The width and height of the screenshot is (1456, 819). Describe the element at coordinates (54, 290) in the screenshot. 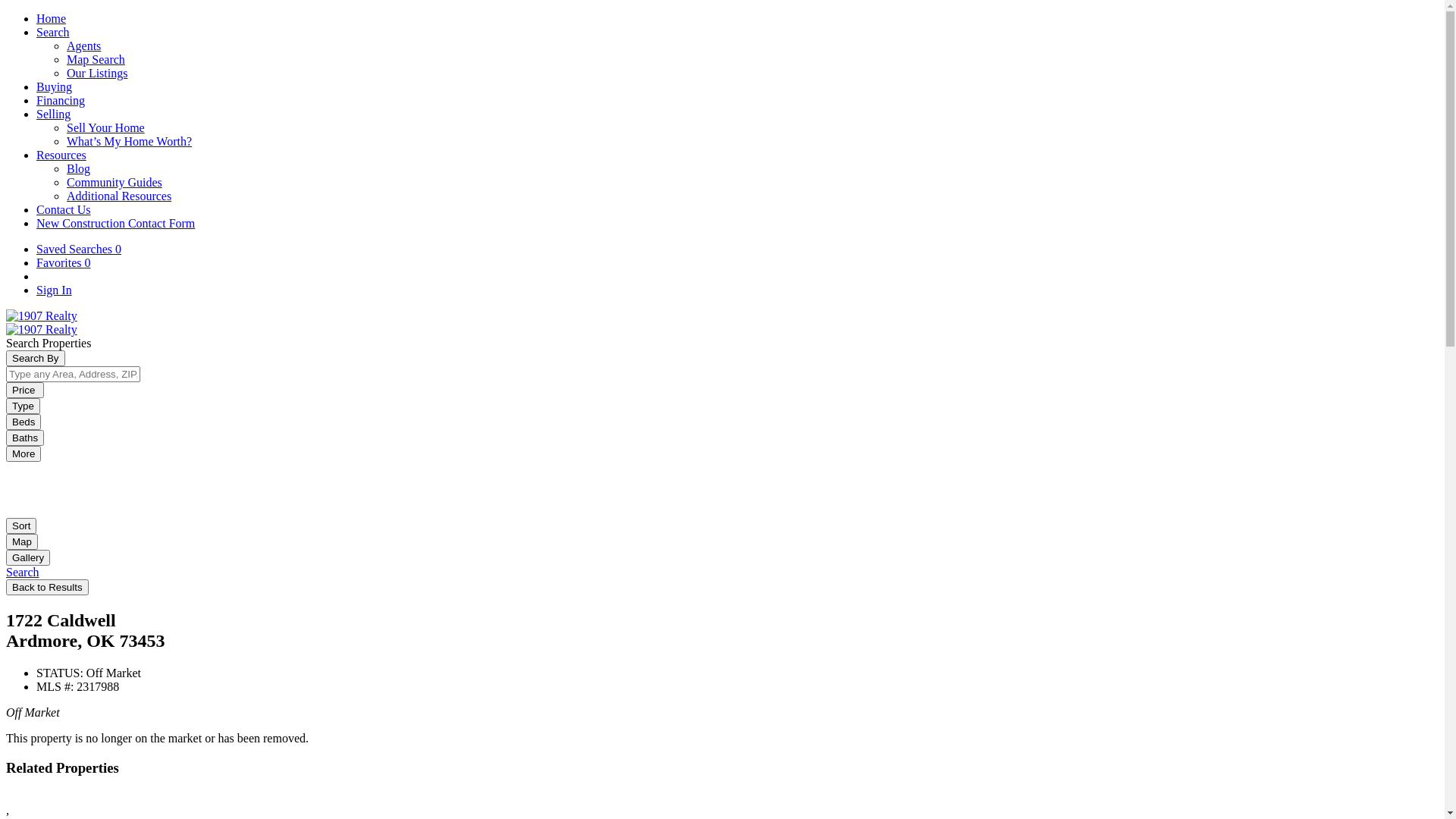

I see `'Sign In'` at that location.